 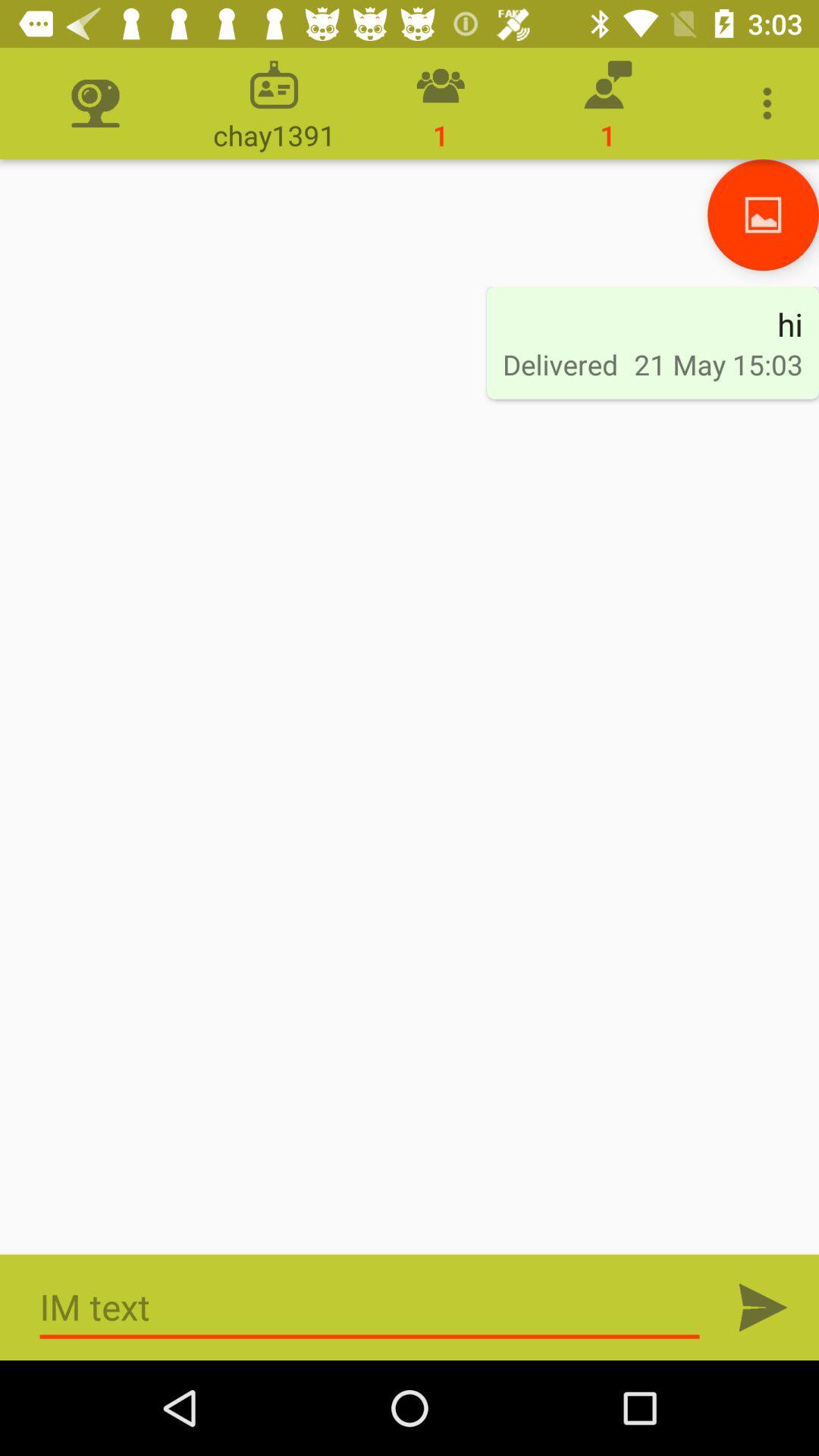 What do you see at coordinates (763, 214) in the screenshot?
I see `the wallpaper icon` at bounding box center [763, 214].